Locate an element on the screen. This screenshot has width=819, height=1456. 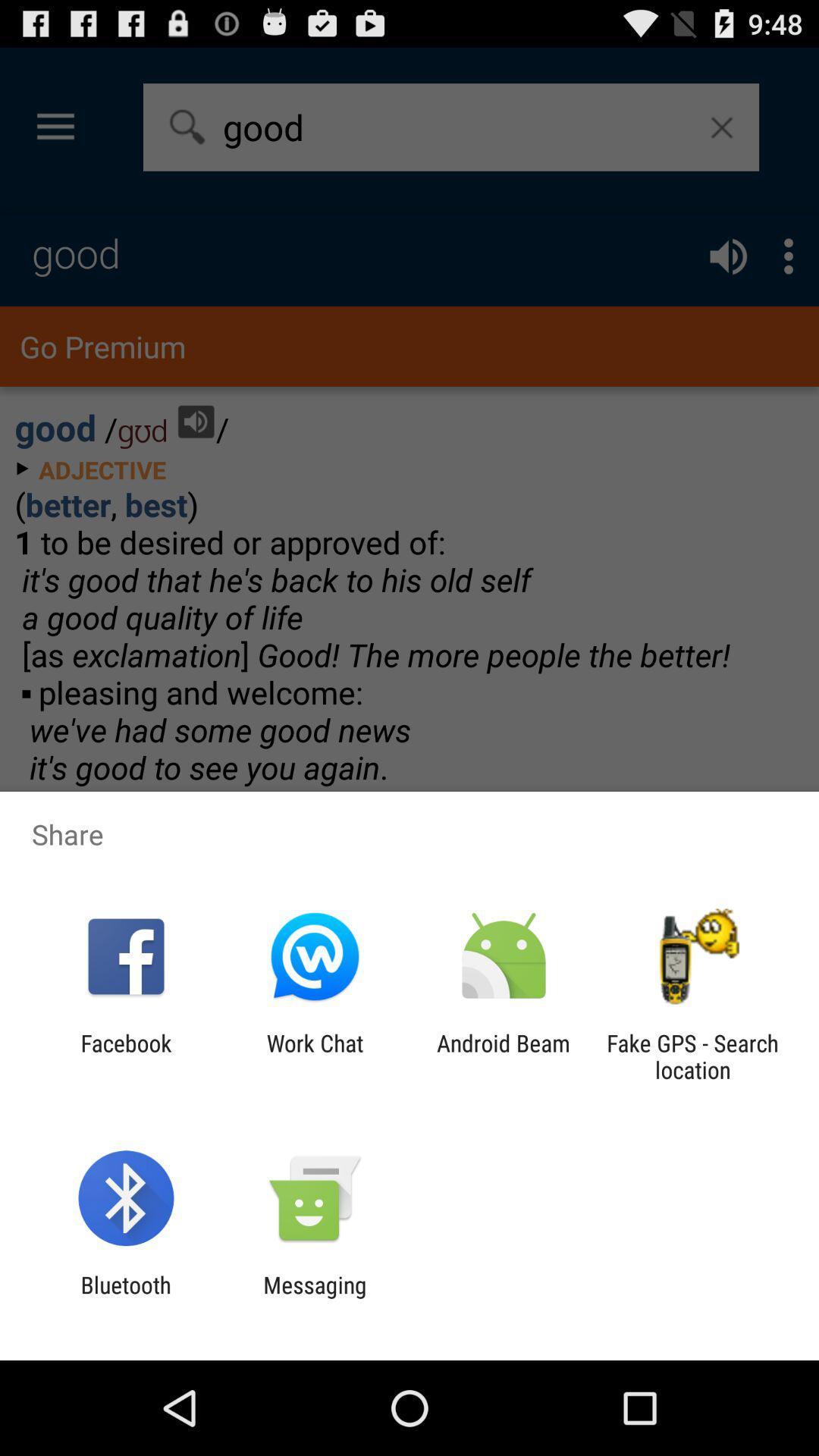
the android beam icon is located at coordinates (504, 1056).